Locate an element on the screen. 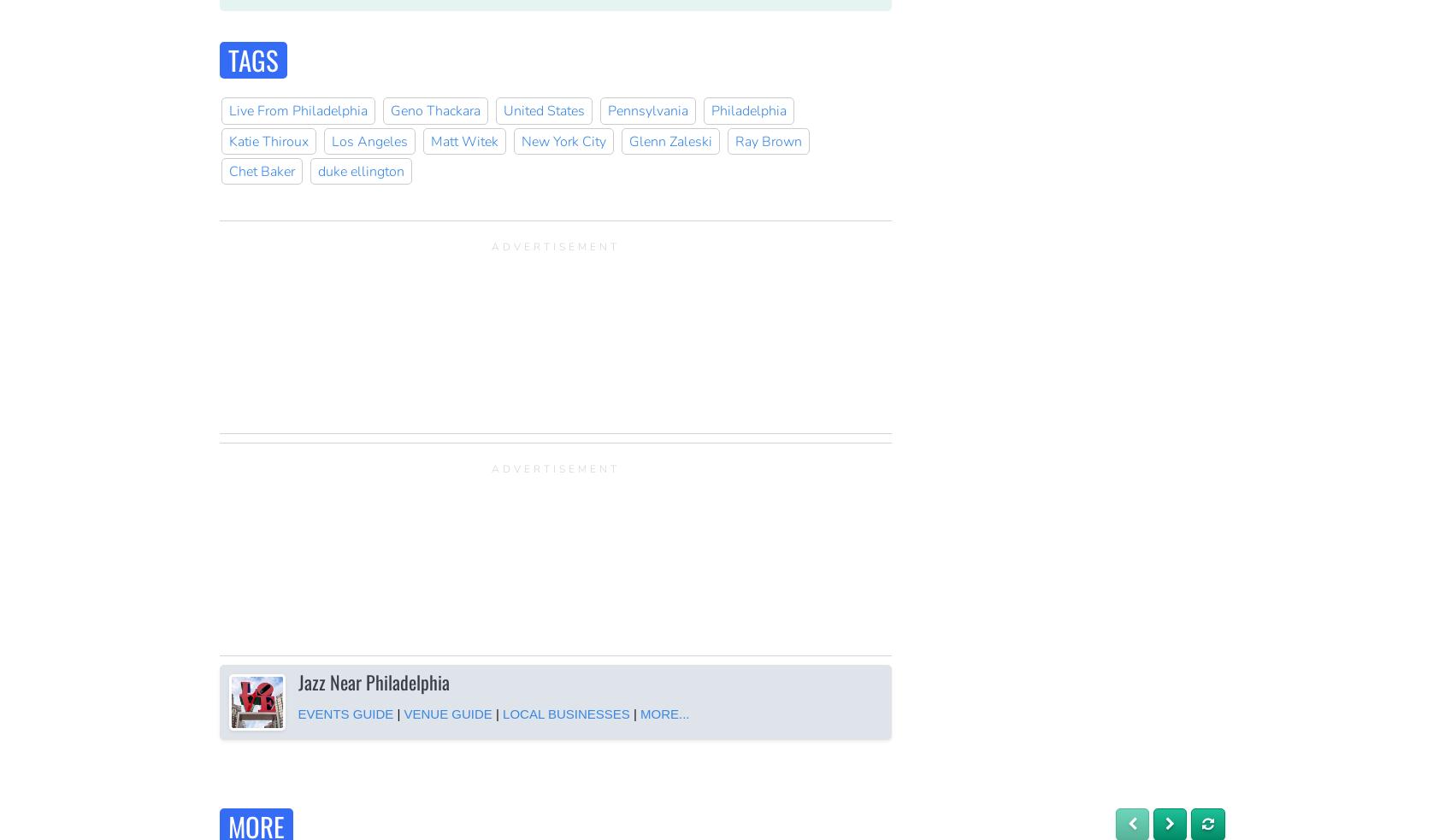  'United States' is located at coordinates (543, 109).